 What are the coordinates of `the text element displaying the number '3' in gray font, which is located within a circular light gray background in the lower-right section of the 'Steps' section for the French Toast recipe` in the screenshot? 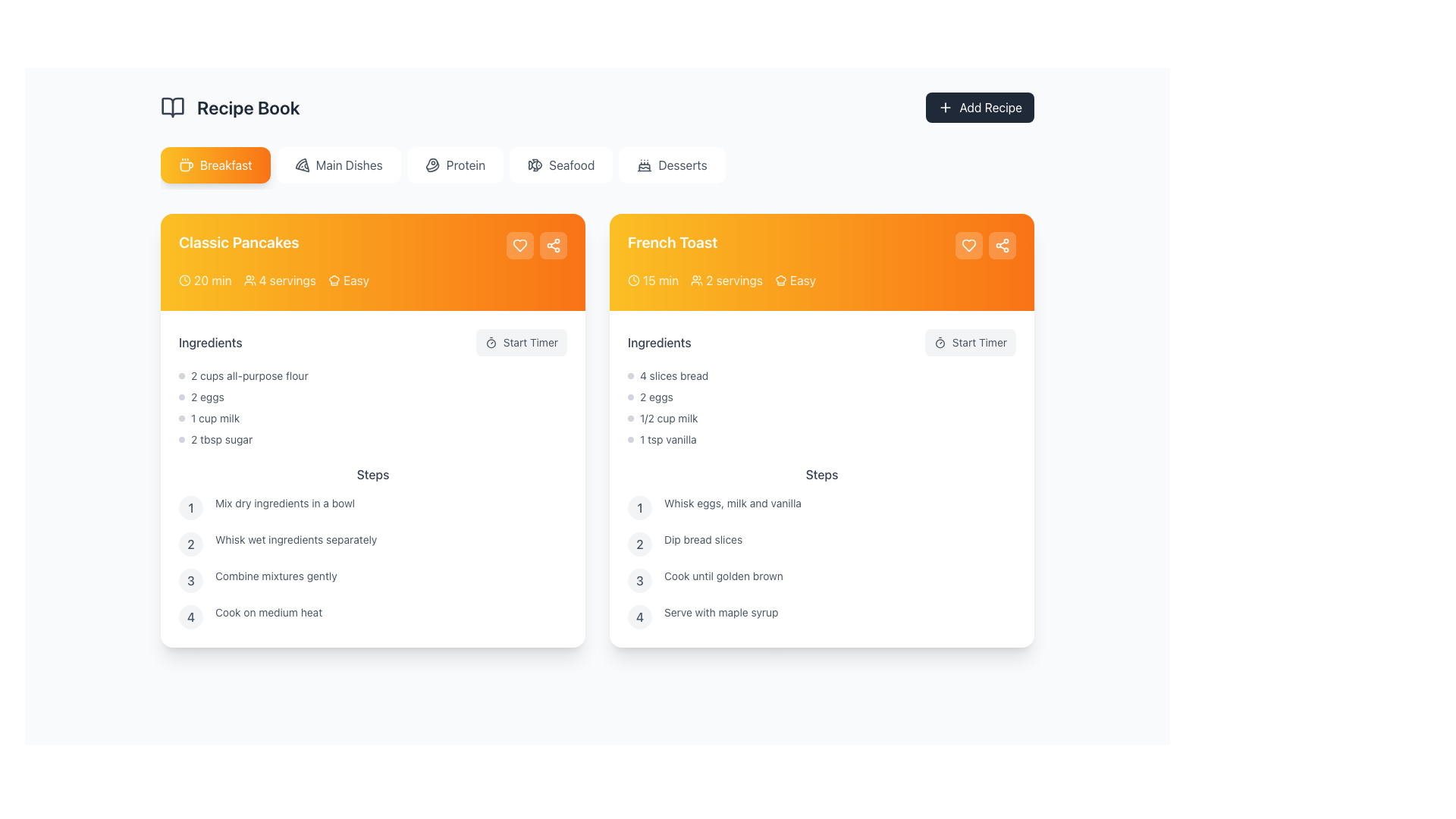 It's located at (640, 580).